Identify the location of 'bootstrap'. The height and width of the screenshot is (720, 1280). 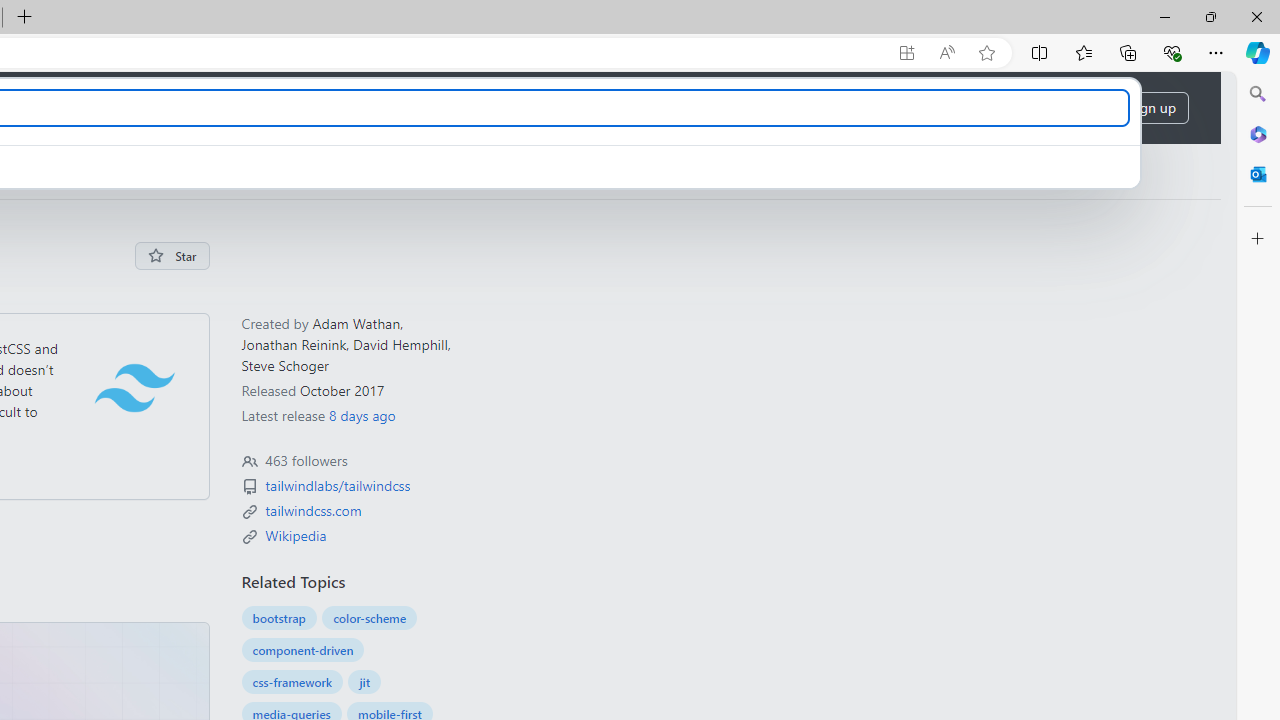
(278, 617).